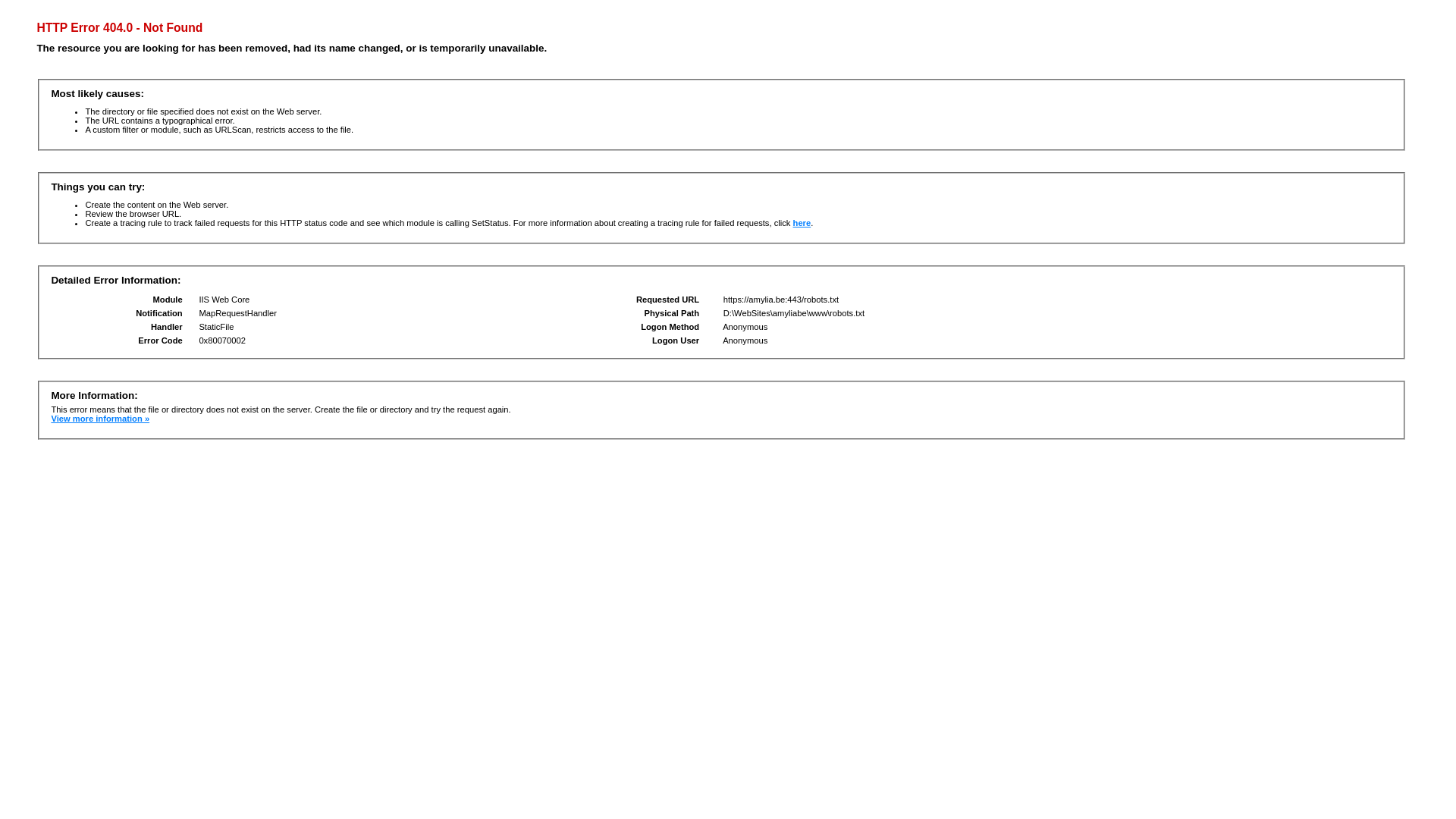 The height and width of the screenshot is (819, 1456). What do you see at coordinates (792, 222) in the screenshot?
I see `'here'` at bounding box center [792, 222].